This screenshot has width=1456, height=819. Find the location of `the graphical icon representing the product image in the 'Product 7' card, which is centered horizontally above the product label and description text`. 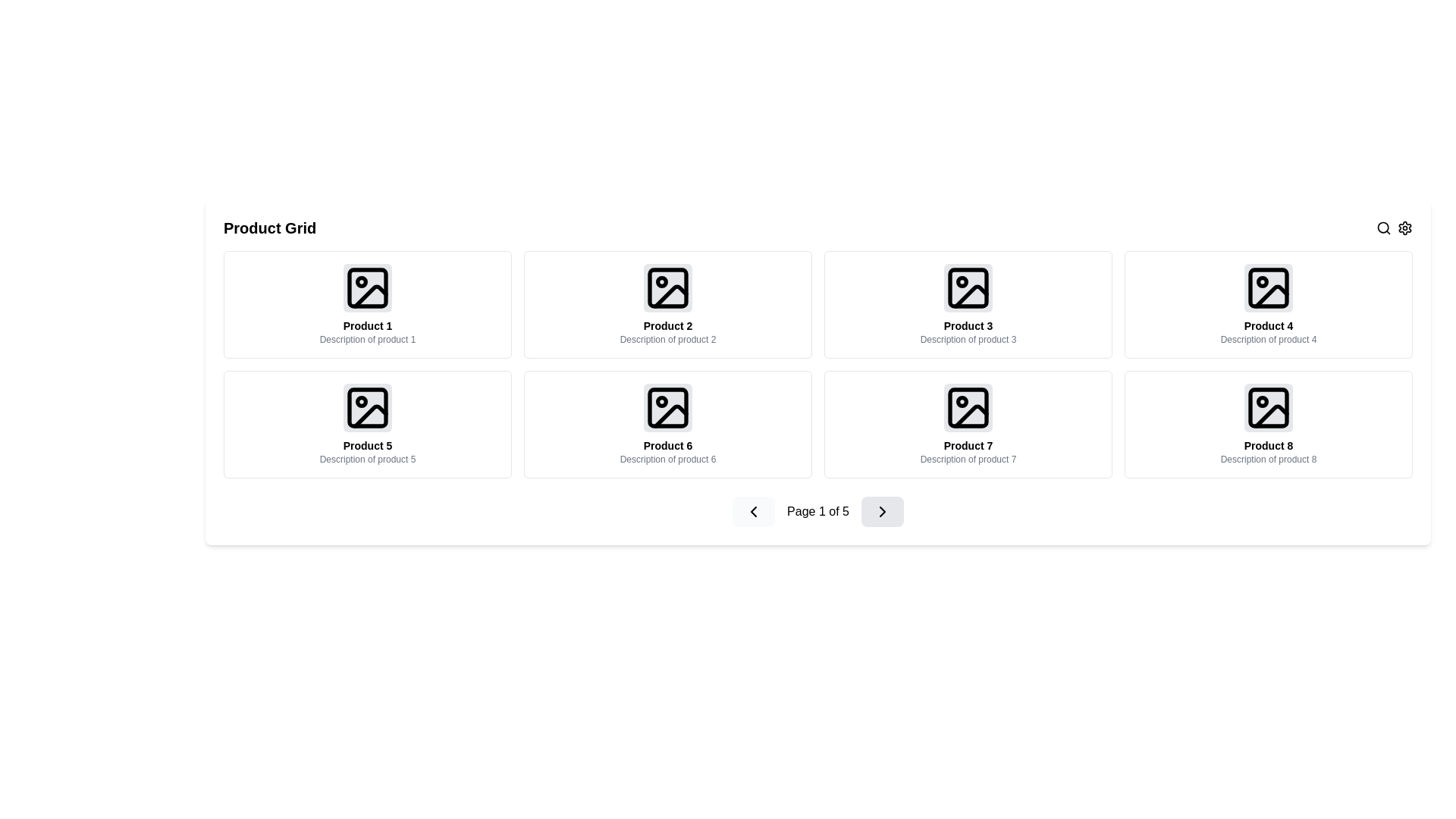

the graphical icon representing the product image in the 'Product 7' card, which is centered horizontally above the product label and description text is located at coordinates (967, 406).